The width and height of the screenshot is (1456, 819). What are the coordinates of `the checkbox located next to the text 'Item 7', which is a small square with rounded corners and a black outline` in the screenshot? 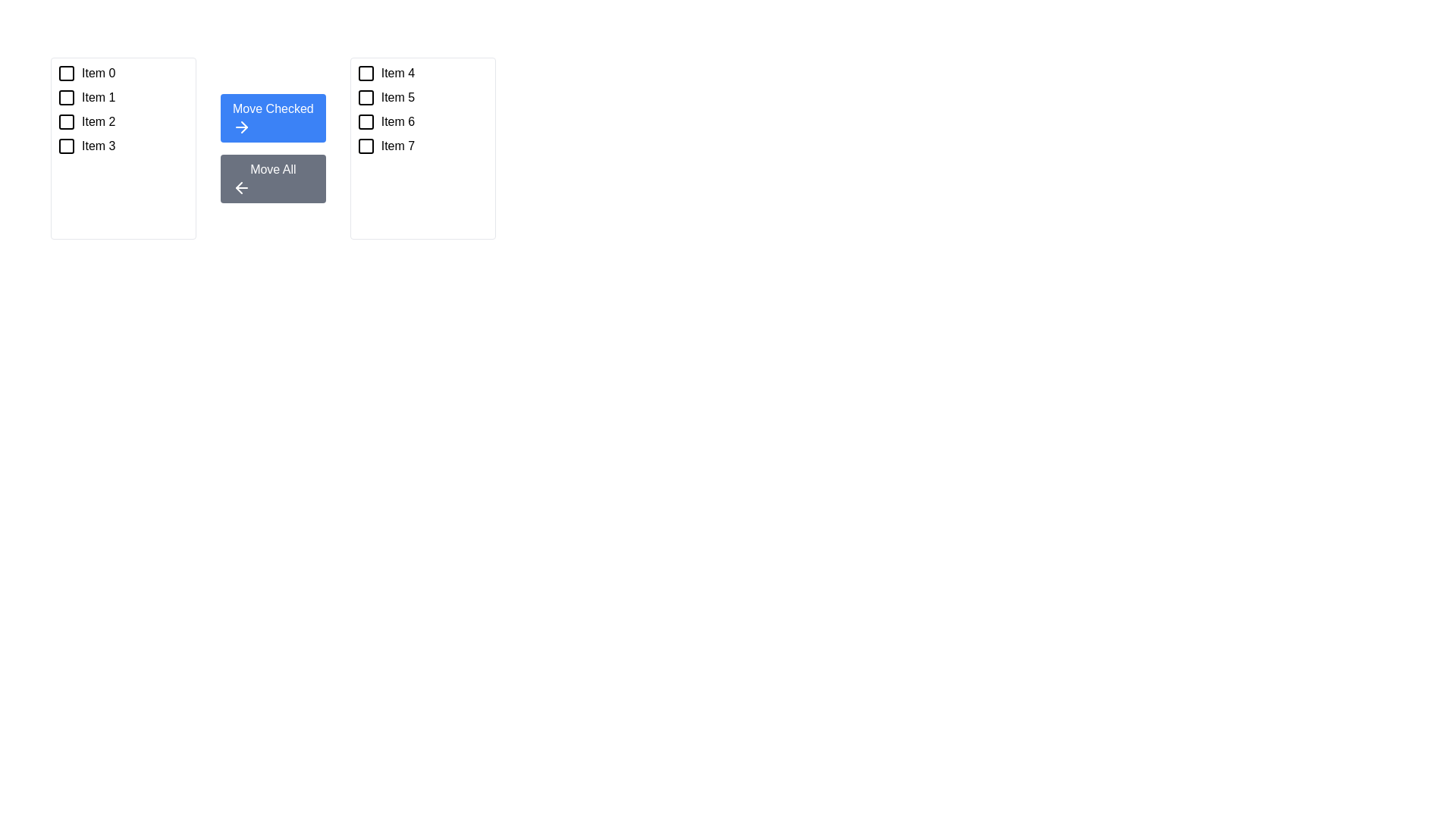 It's located at (366, 146).